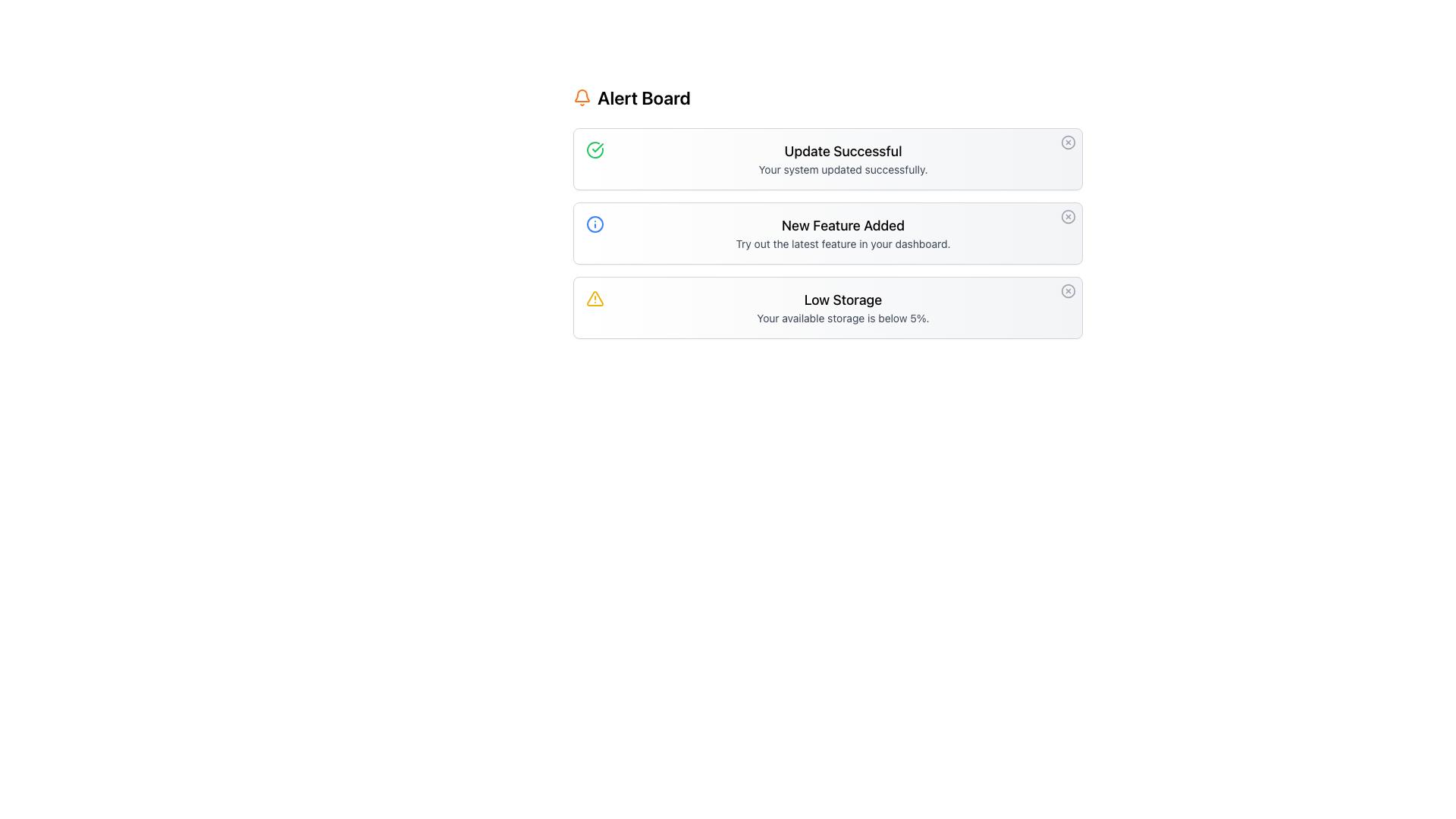 The height and width of the screenshot is (819, 1456). I want to click on the text section displaying the message 'Your system updated successfully.' positioned below the title 'Update Successful' in the notification card, so click(843, 169).